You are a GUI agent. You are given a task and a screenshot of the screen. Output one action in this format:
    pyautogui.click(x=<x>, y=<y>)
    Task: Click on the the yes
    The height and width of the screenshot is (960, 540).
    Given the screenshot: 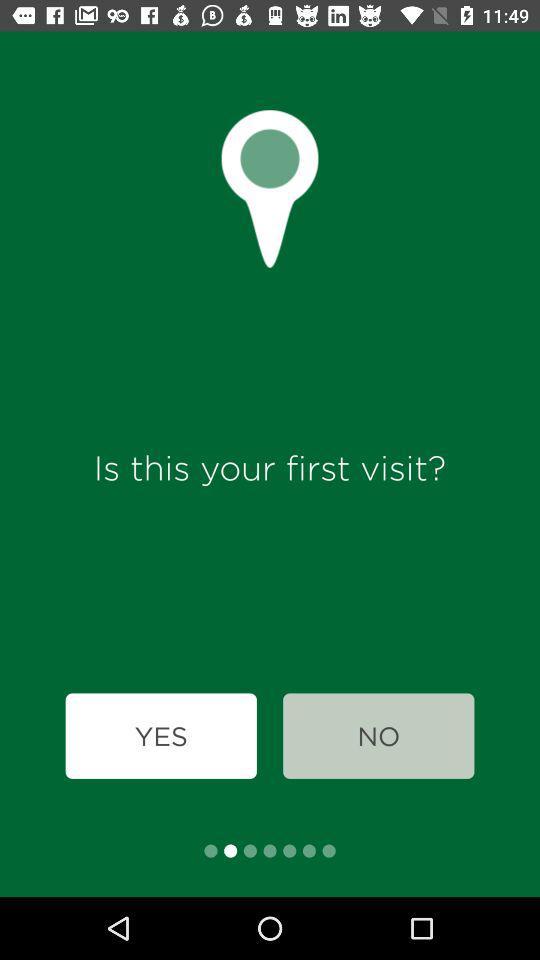 What is the action you would take?
    pyautogui.click(x=160, y=735)
    